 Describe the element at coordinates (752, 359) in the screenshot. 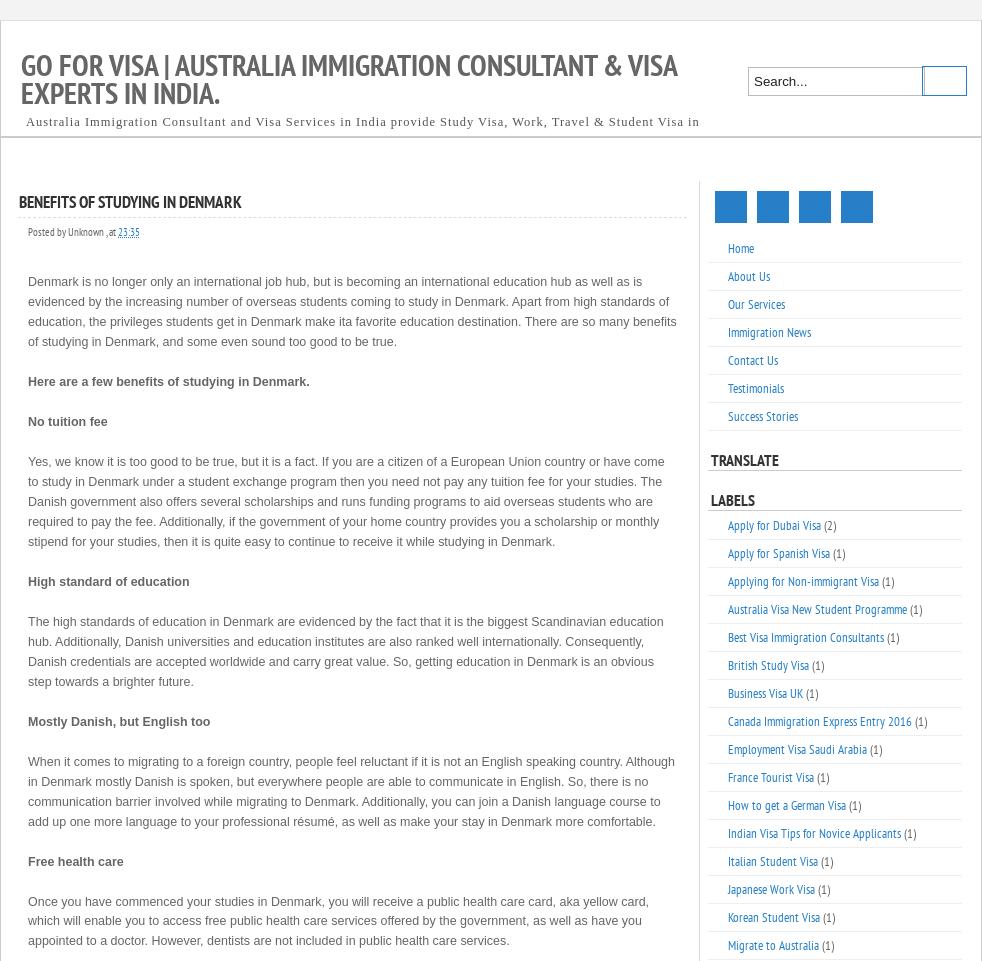

I see `'Contact Us'` at that location.